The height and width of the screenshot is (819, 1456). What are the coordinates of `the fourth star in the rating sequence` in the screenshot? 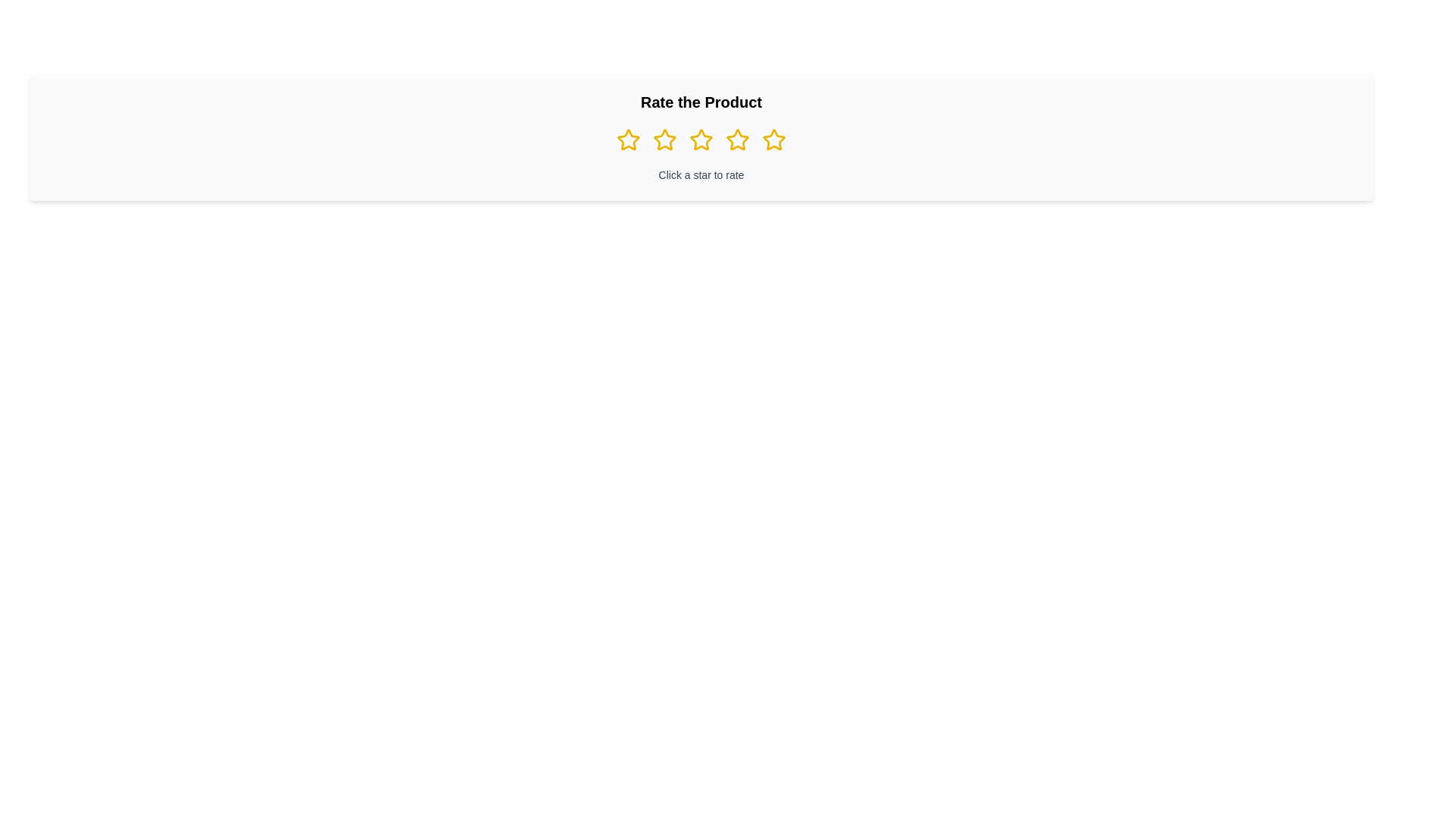 It's located at (738, 140).